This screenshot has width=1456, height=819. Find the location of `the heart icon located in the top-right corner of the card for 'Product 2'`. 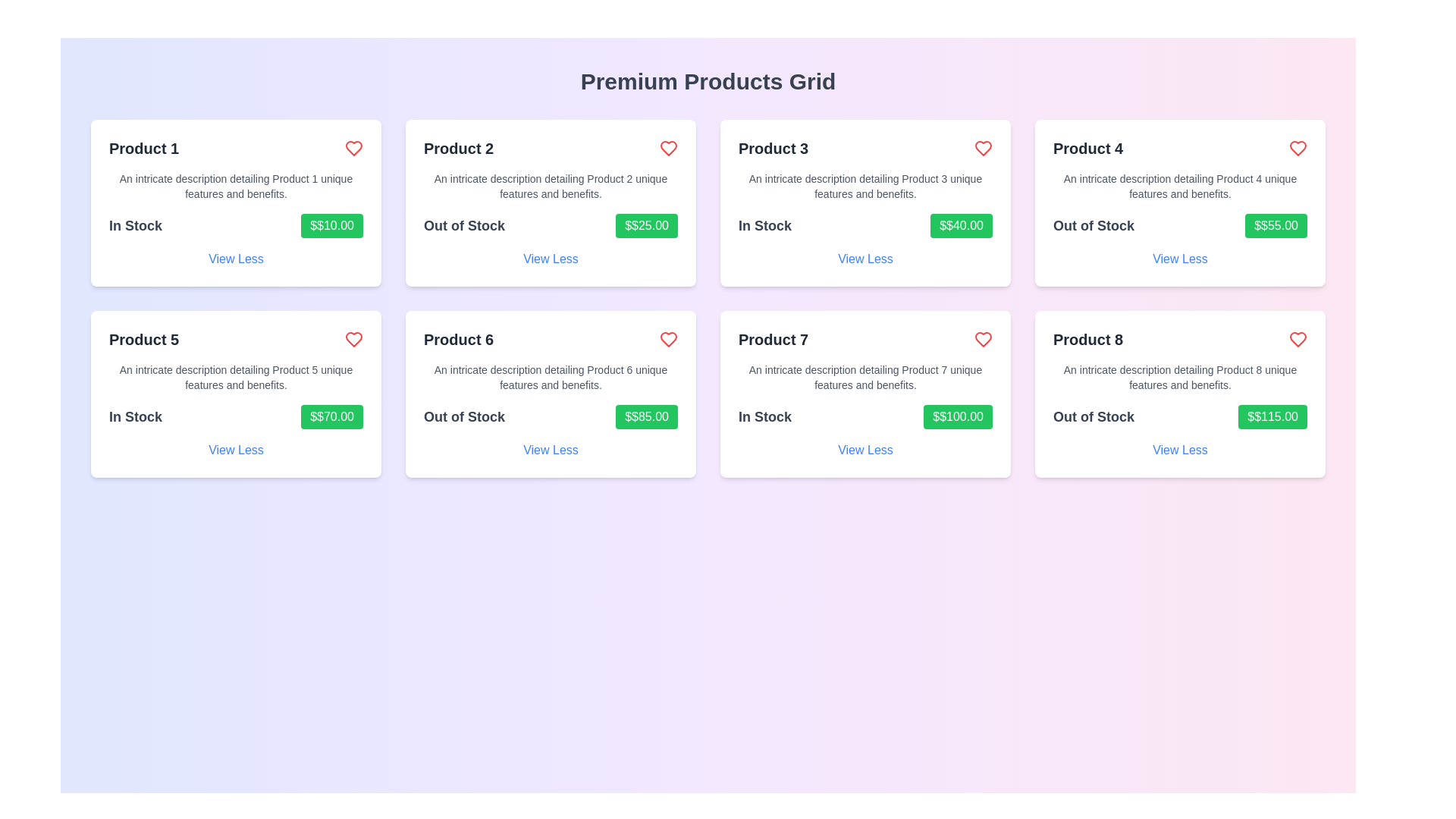

the heart icon located in the top-right corner of the card for 'Product 2' is located at coordinates (668, 149).